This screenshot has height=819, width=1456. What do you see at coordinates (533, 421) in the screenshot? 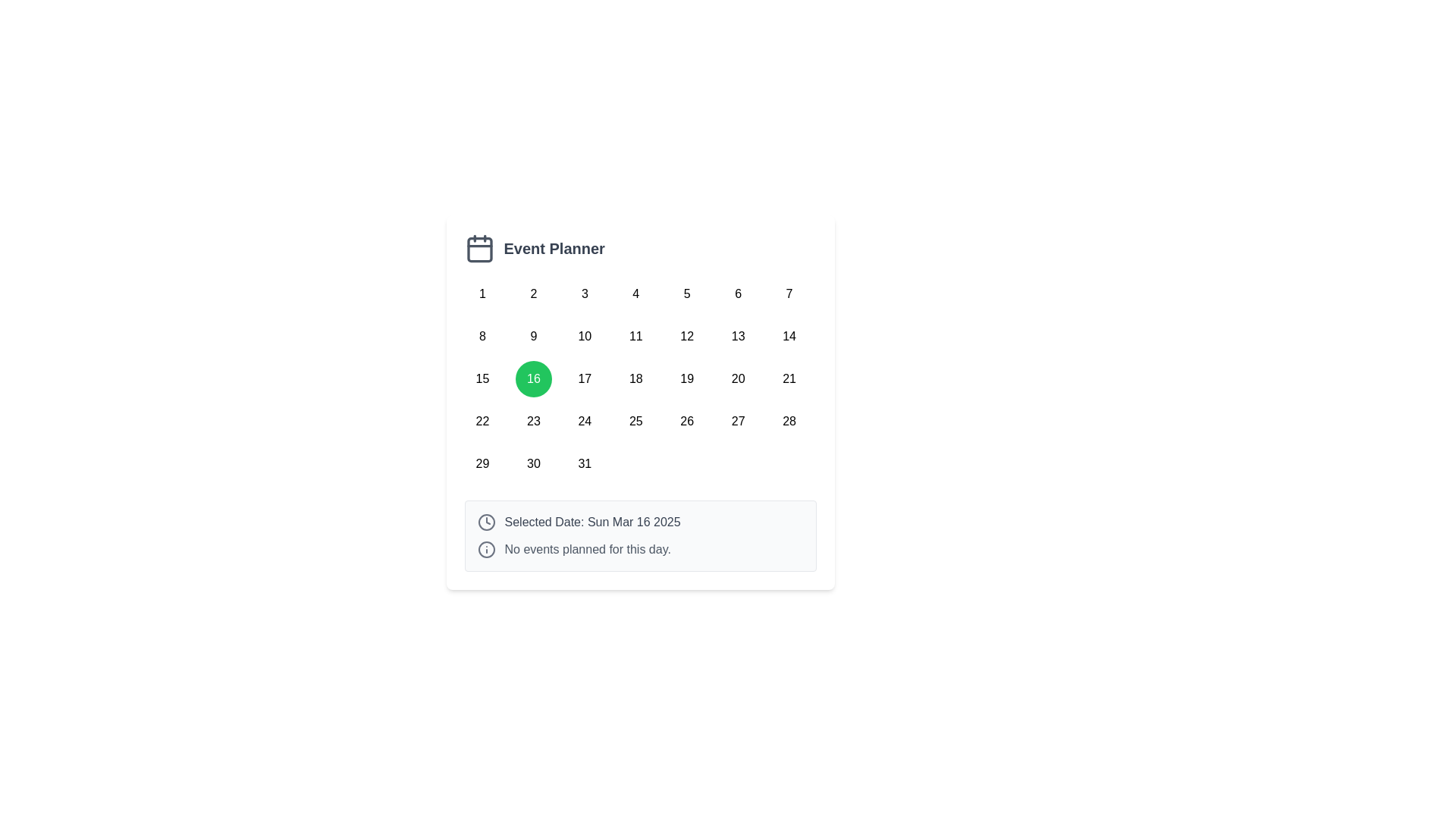
I see `the selectable calendar date button for the date '23' located in the fifth row and second column of the calendar layout` at bounding box center [533, 421].